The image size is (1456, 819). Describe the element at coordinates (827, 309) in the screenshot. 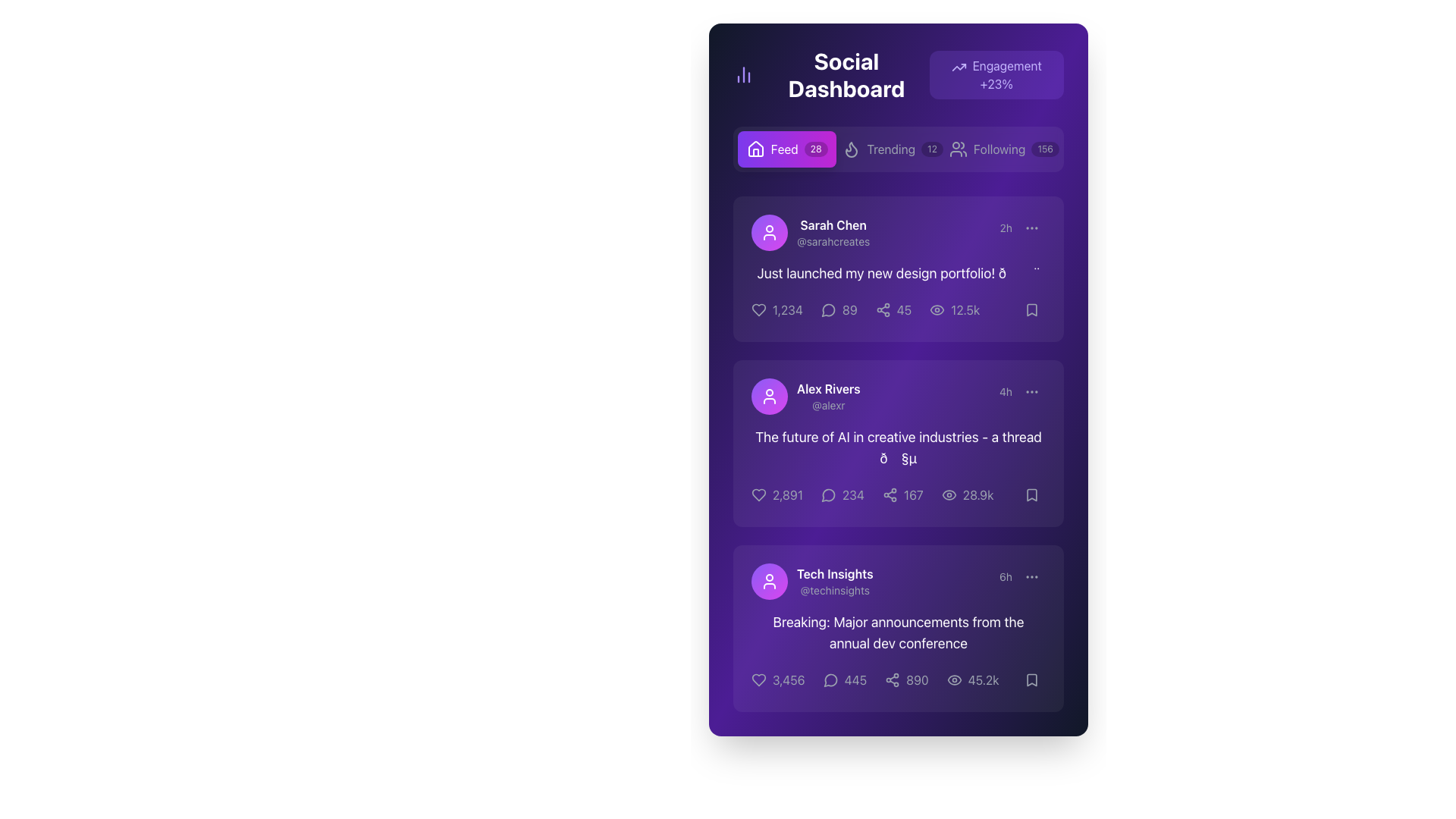

I see `the circular message bubble icon that is outlined and hollow, located to the left of the number '89'` at that location.